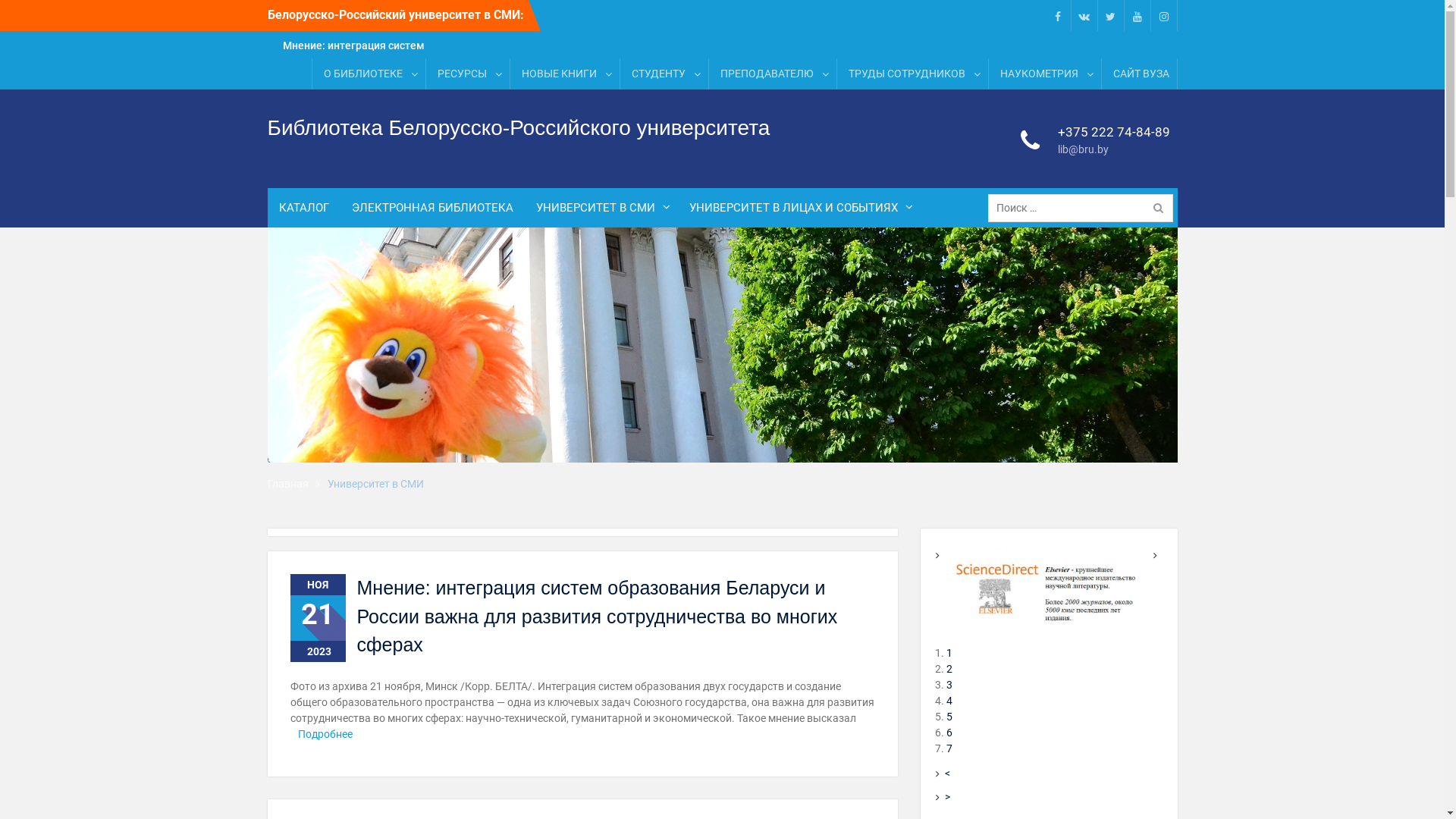 The image size is (1456, 819). I want to click on 'youtube', so click(1129, 15).